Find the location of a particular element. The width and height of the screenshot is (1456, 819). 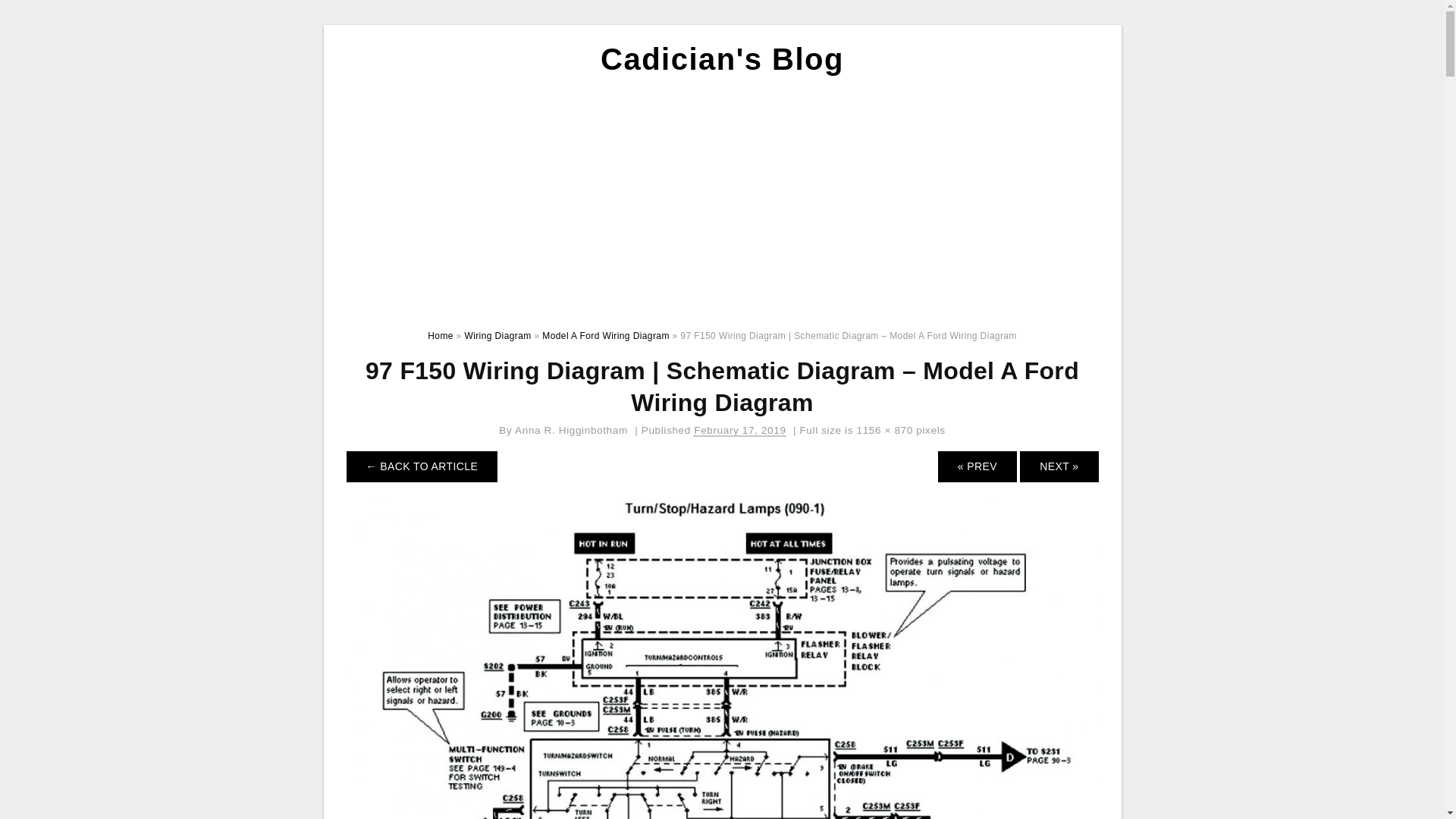

'Wiring Diagram' is located at coordinates (497, 335).